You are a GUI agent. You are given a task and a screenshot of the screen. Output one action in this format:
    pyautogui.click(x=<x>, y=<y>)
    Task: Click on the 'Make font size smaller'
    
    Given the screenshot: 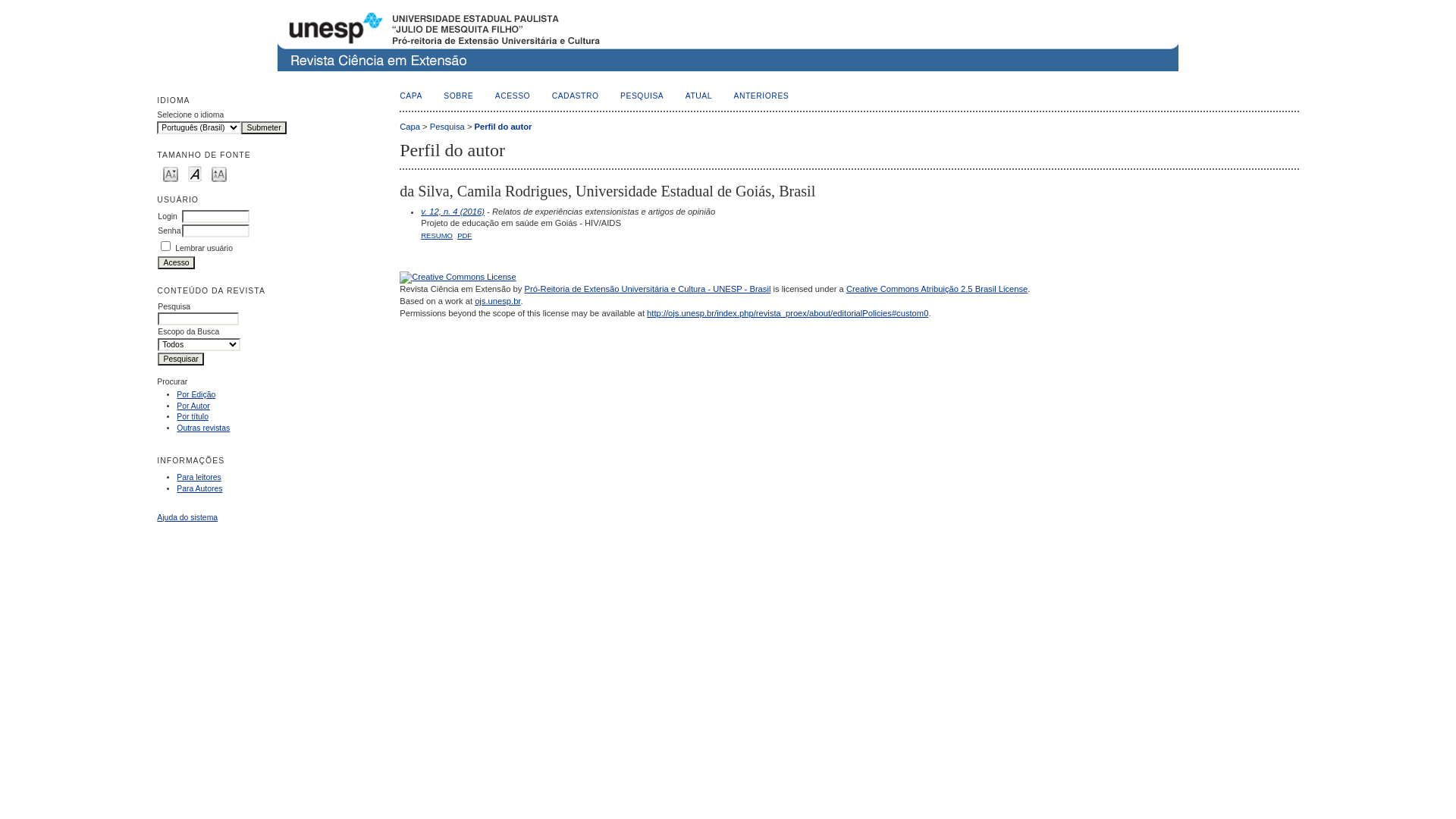 What is the action you would take?
    pyautogui.click(x=171, y=172)
    